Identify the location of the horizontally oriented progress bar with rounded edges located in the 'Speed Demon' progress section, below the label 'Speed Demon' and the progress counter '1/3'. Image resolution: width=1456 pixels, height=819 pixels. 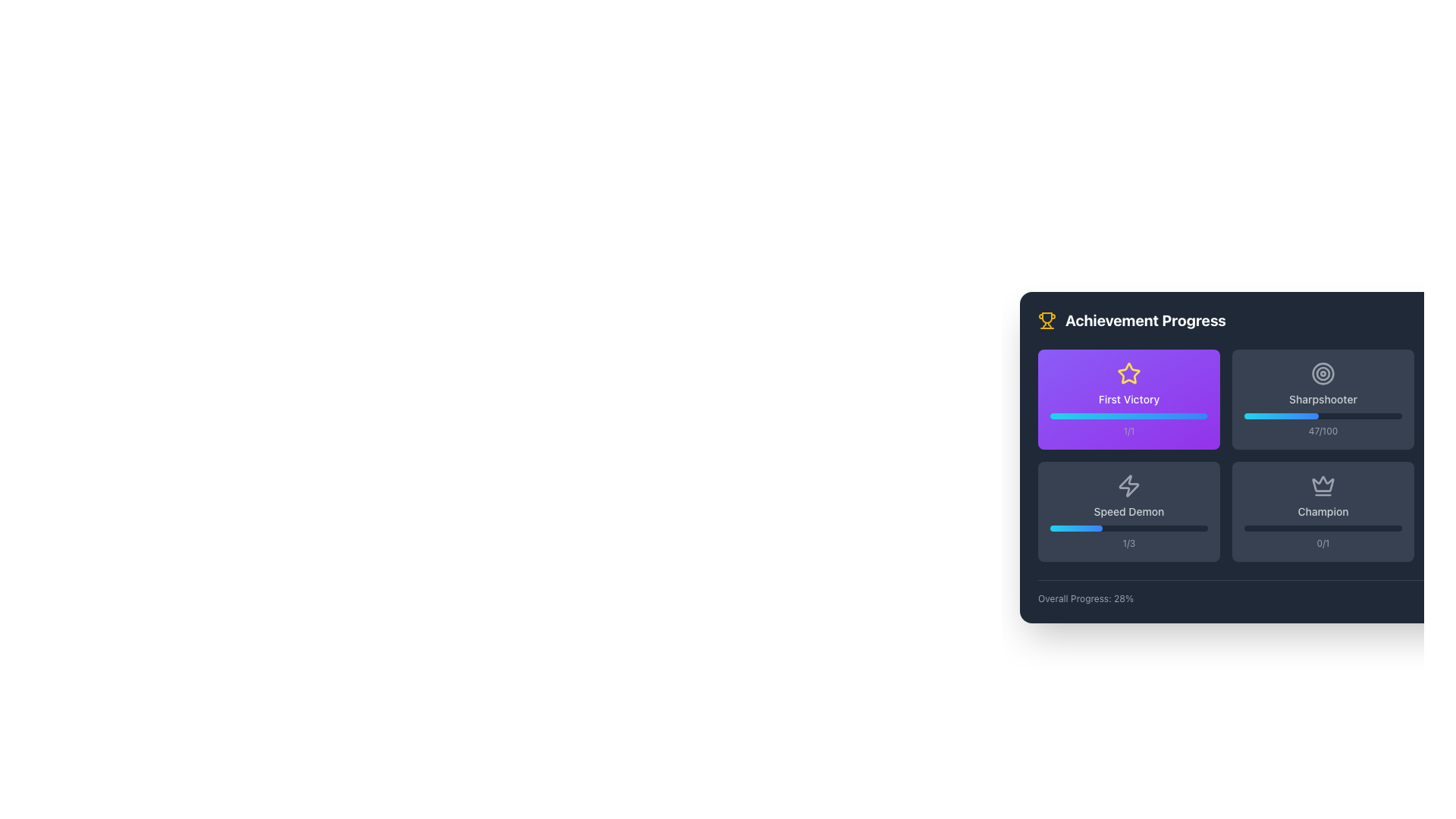
(1128, 528).